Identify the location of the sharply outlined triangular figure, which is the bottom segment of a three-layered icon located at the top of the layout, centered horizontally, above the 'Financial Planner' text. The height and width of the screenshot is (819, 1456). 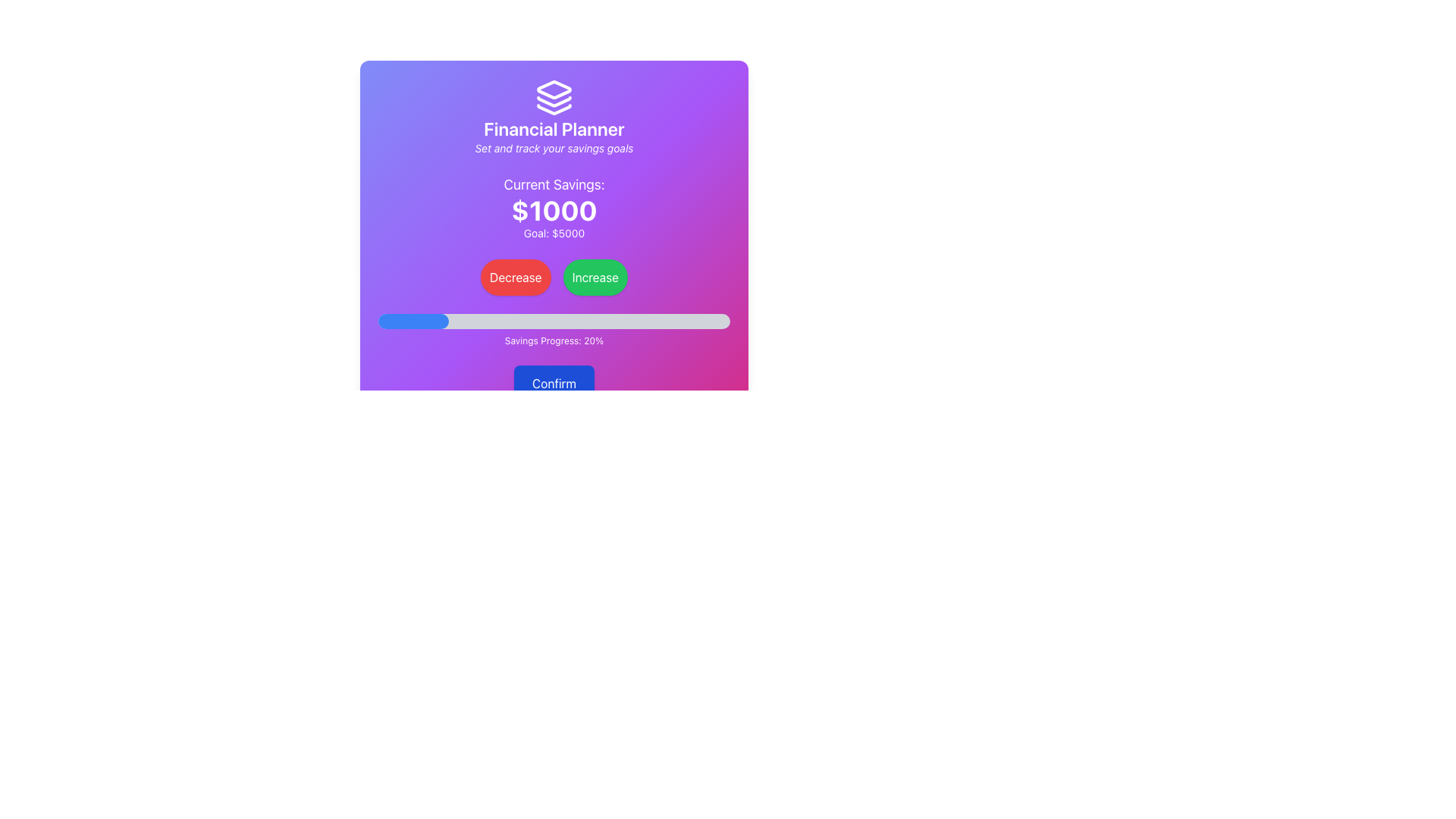
(553, 108).